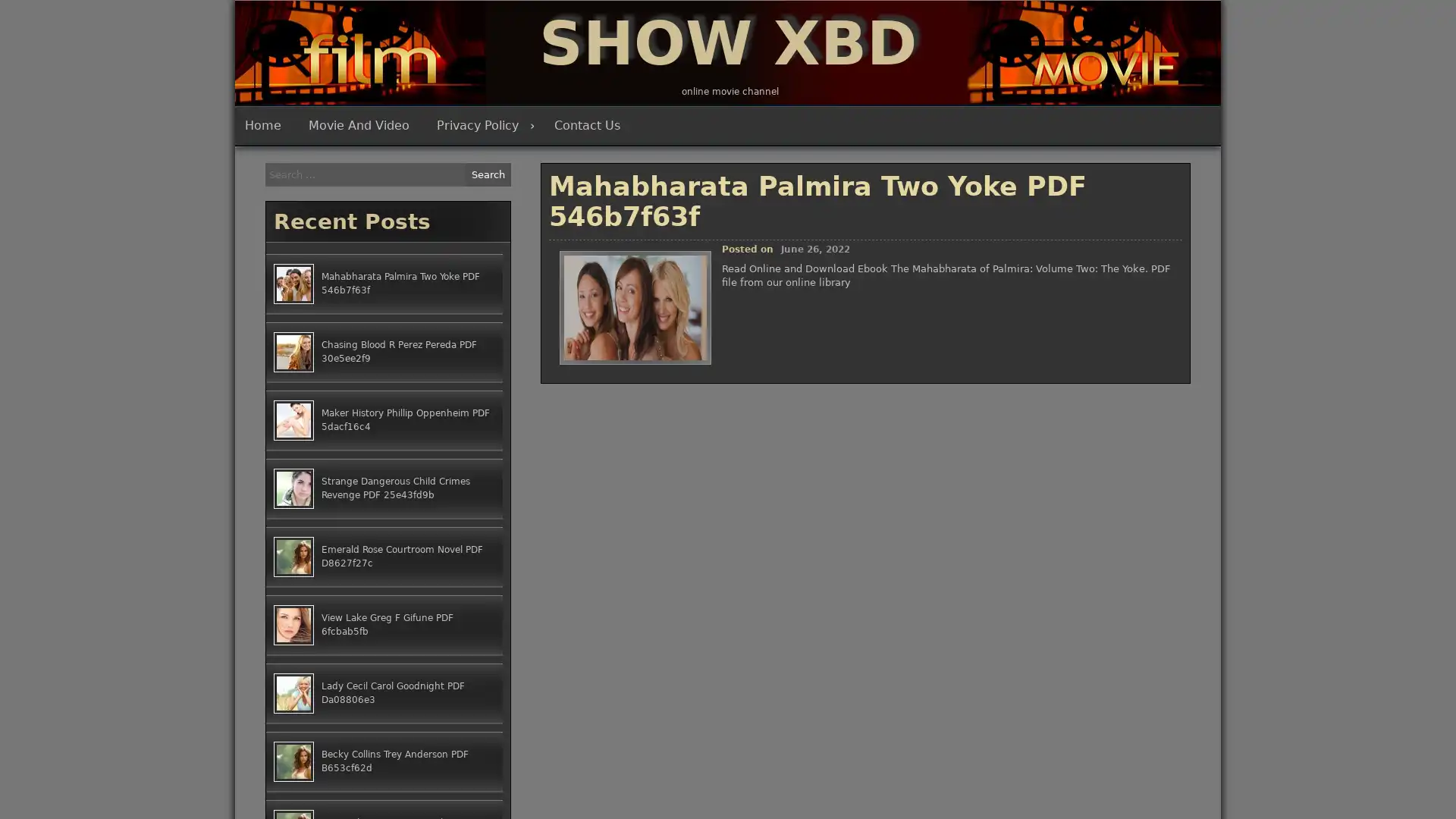  I want to click on Search, so click(488, 174).